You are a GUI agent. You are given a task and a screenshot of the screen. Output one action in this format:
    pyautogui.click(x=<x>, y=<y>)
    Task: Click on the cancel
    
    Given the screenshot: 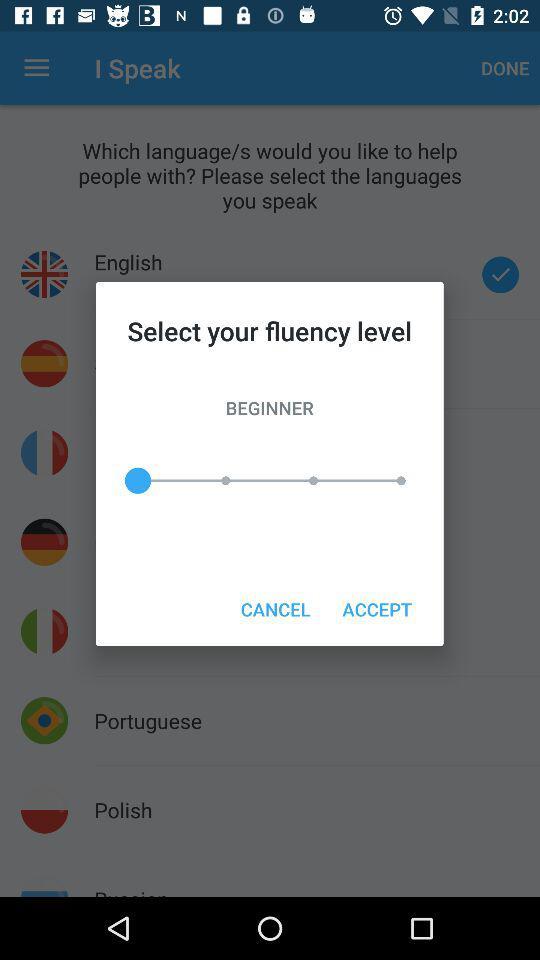 What is the action you would take?
    pyautogui.click(x=274, y=608)
    